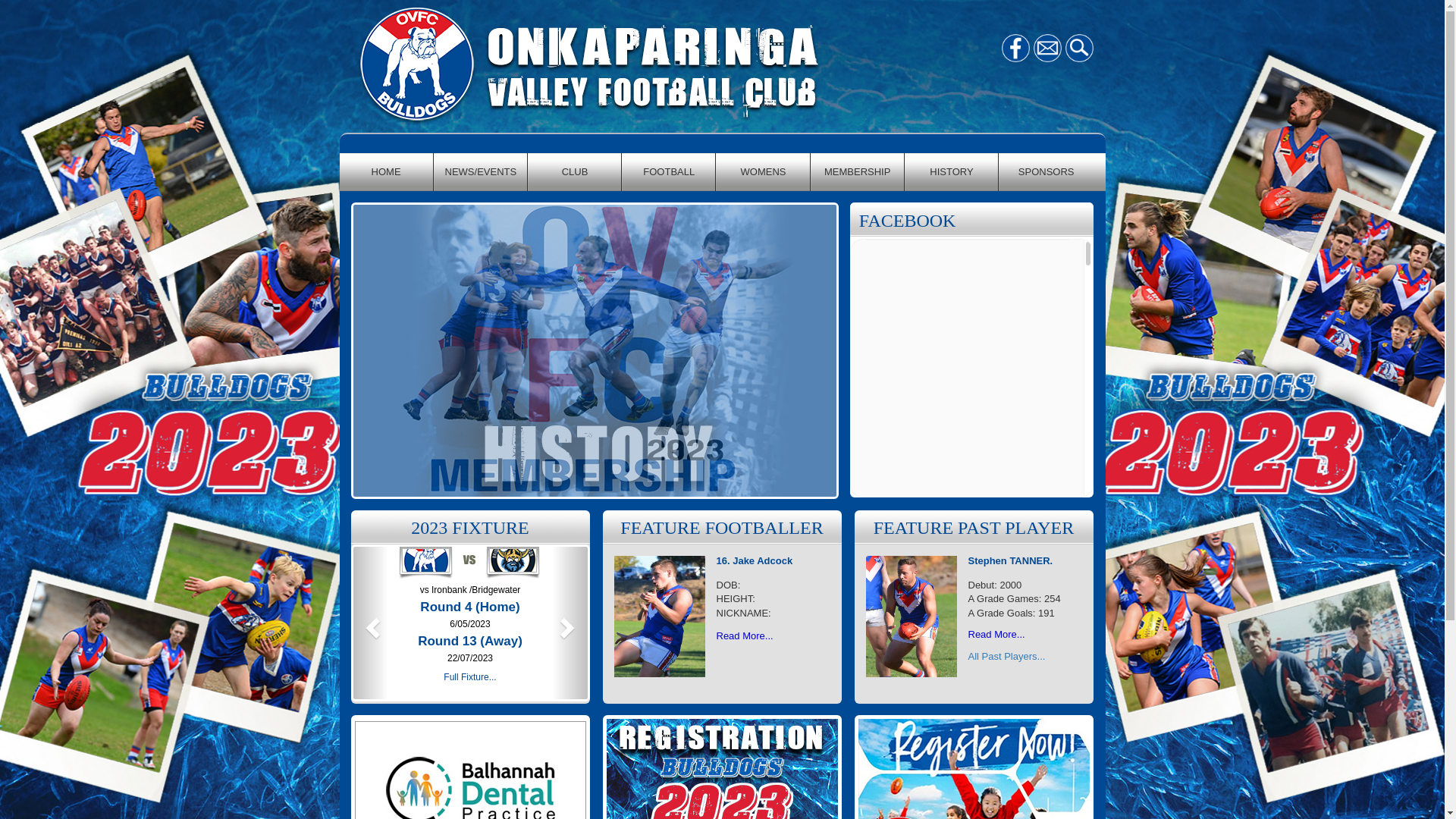 Image resolution: width=1456 pixels, height=819 pixels. What do you see at coordinates (479, 171) in the screenshot?
I see `'NEWS/EVENTS'` at bounding box center [479, 171].